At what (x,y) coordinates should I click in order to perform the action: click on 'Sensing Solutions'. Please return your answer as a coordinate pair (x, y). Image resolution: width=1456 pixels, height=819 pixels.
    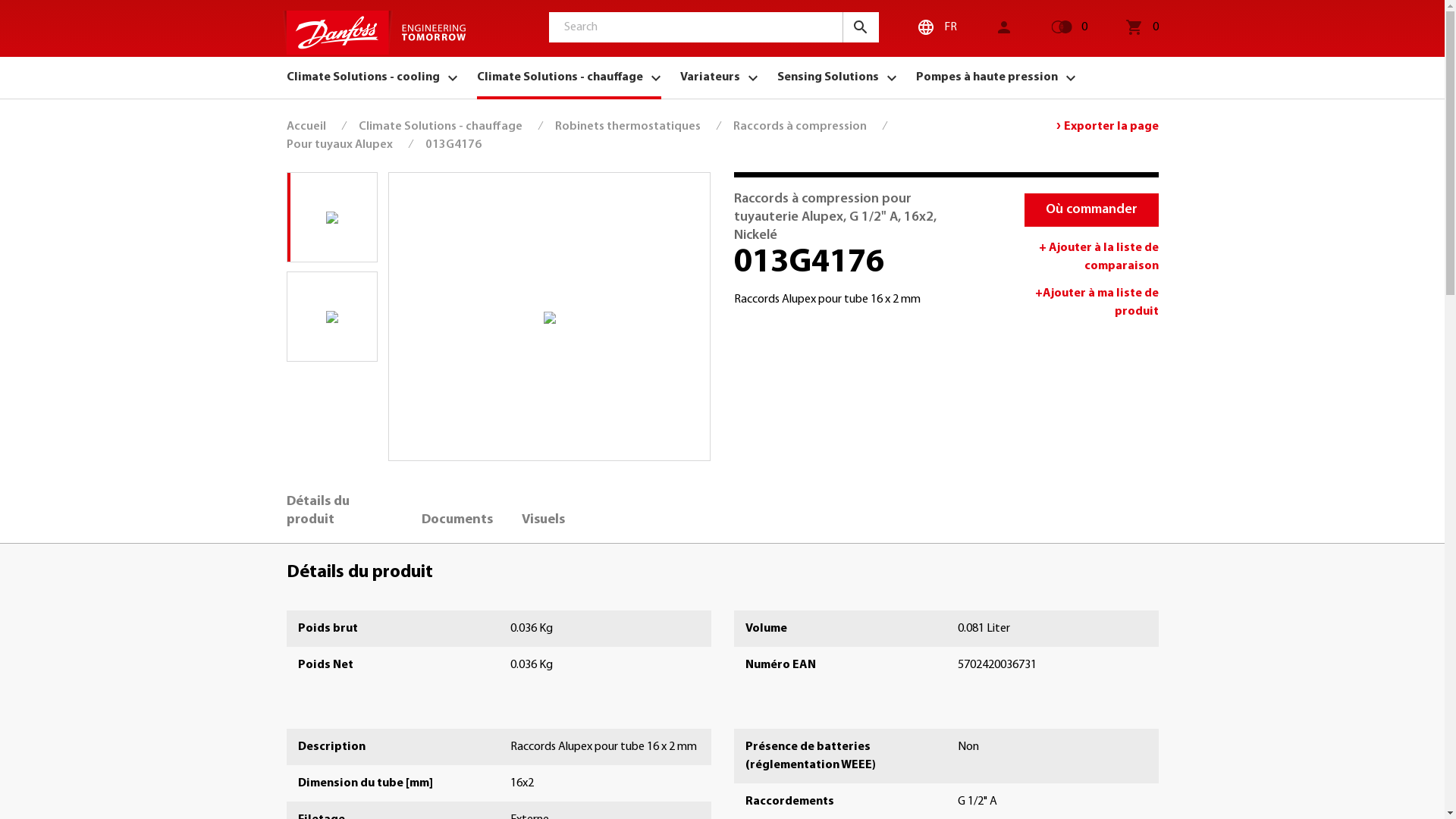
    Looking at the image, I should click on (836, 77).